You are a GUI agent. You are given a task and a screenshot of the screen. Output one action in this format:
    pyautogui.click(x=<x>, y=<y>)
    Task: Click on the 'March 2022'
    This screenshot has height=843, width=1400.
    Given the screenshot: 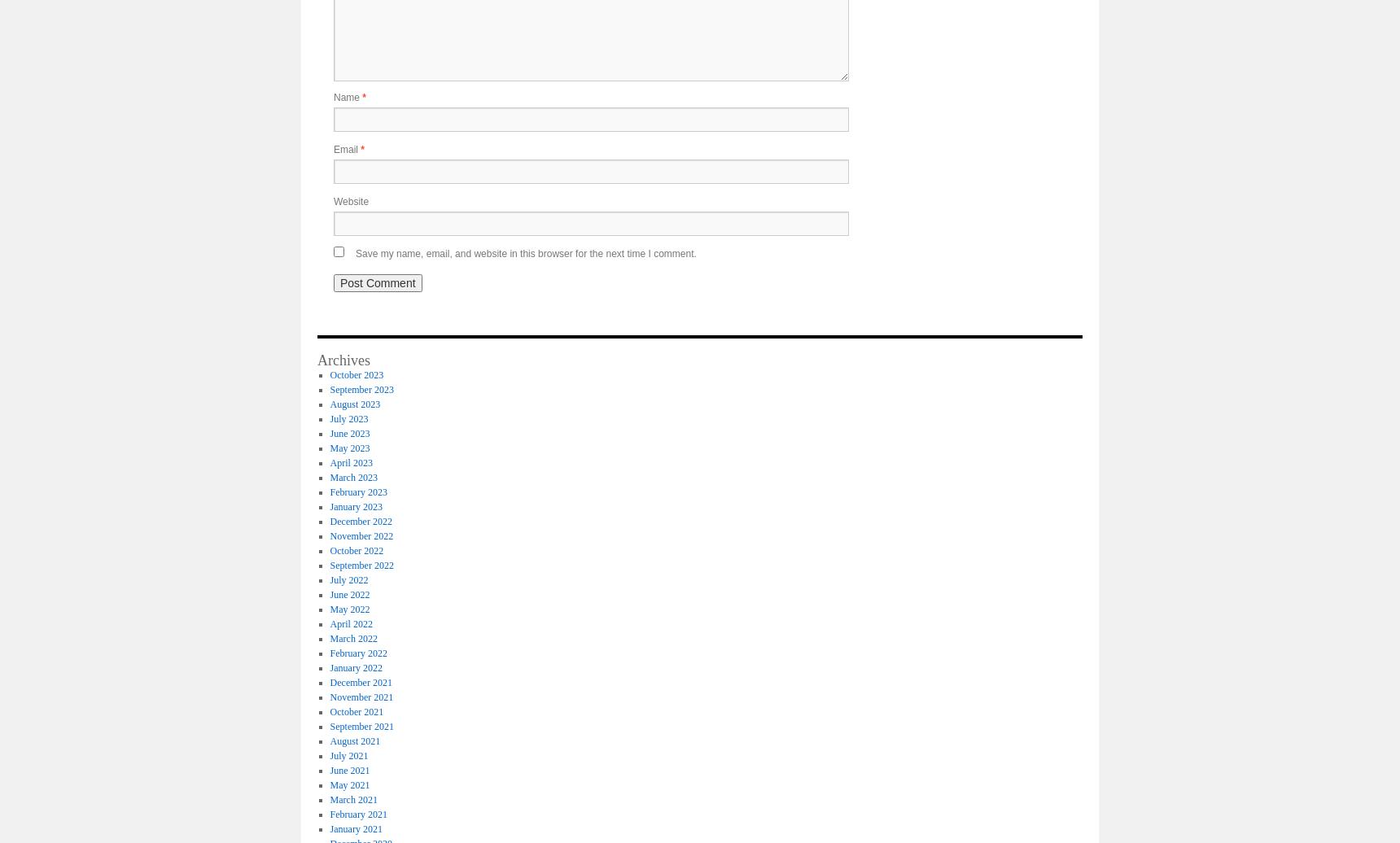 What is the action you would take?
    pyautogui.click(x=330, y=638)
    